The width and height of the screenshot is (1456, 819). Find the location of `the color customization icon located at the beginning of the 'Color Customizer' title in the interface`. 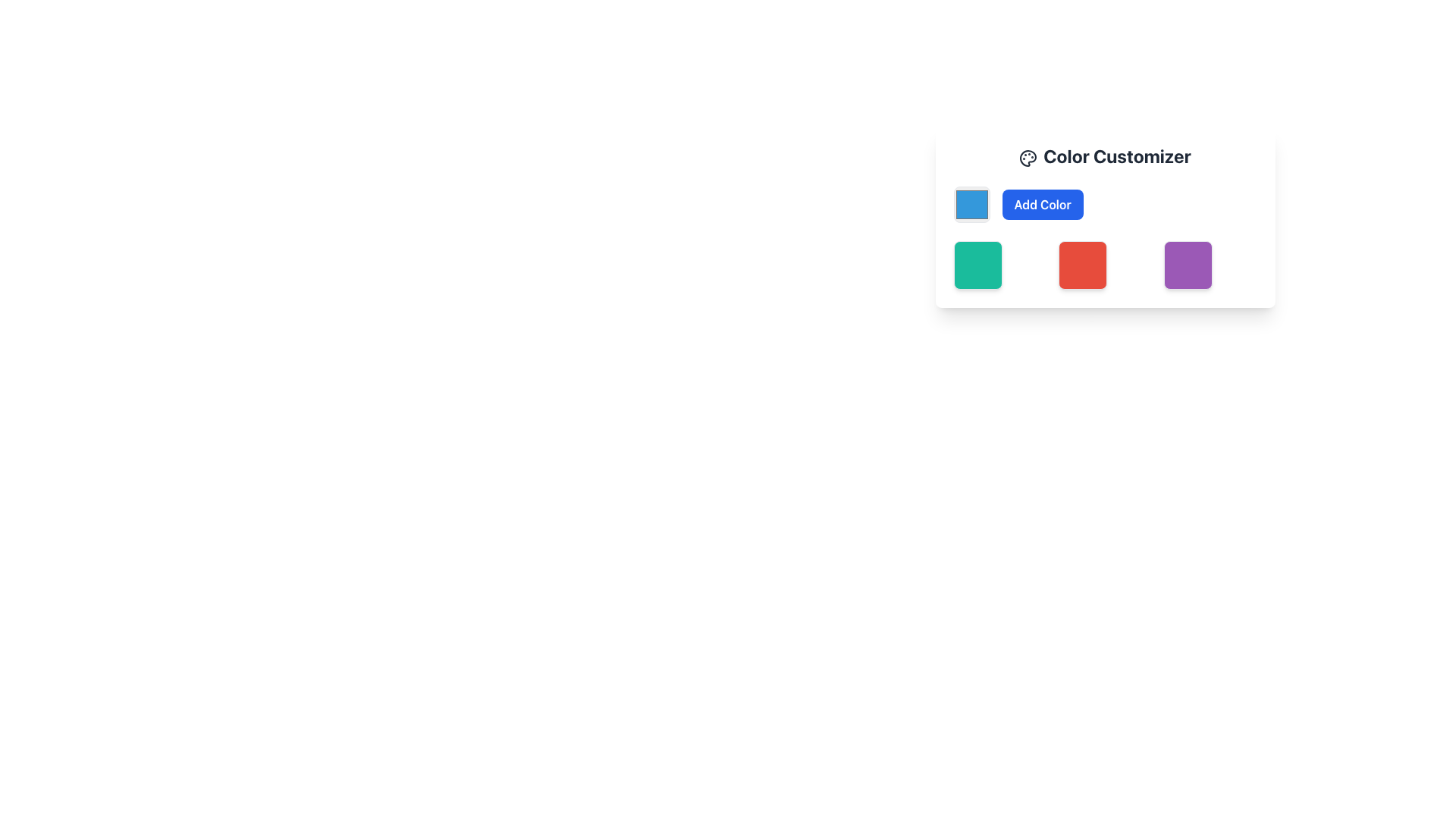

the color customization icon located at the beginning of the 'Color Customizer' title in the interface is located at coordinates (1028, 158).